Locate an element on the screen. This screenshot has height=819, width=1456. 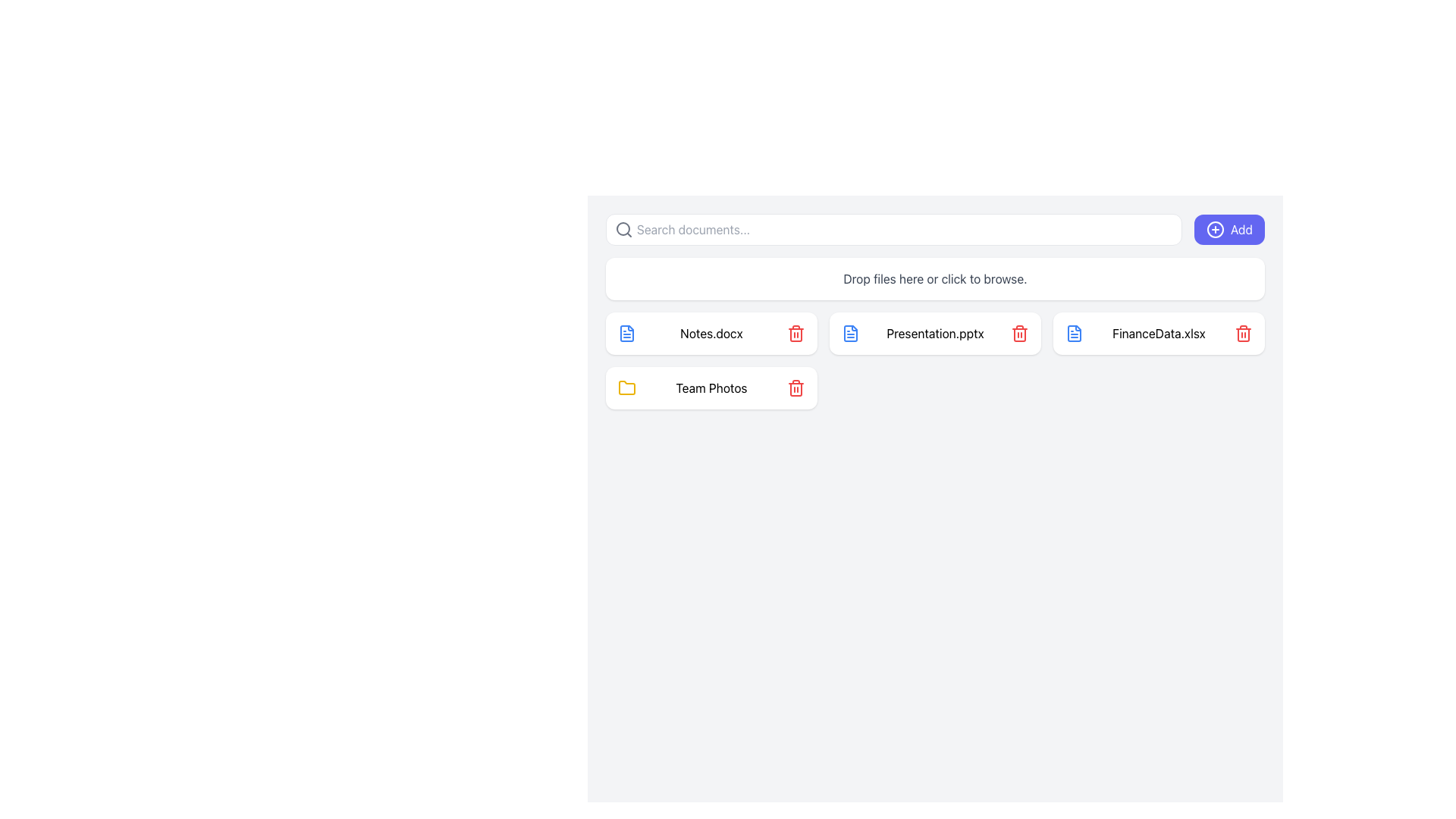
the file icon representing 'Presentation.pptx' located to the left of the file label text is located at coordinates (851, 332).